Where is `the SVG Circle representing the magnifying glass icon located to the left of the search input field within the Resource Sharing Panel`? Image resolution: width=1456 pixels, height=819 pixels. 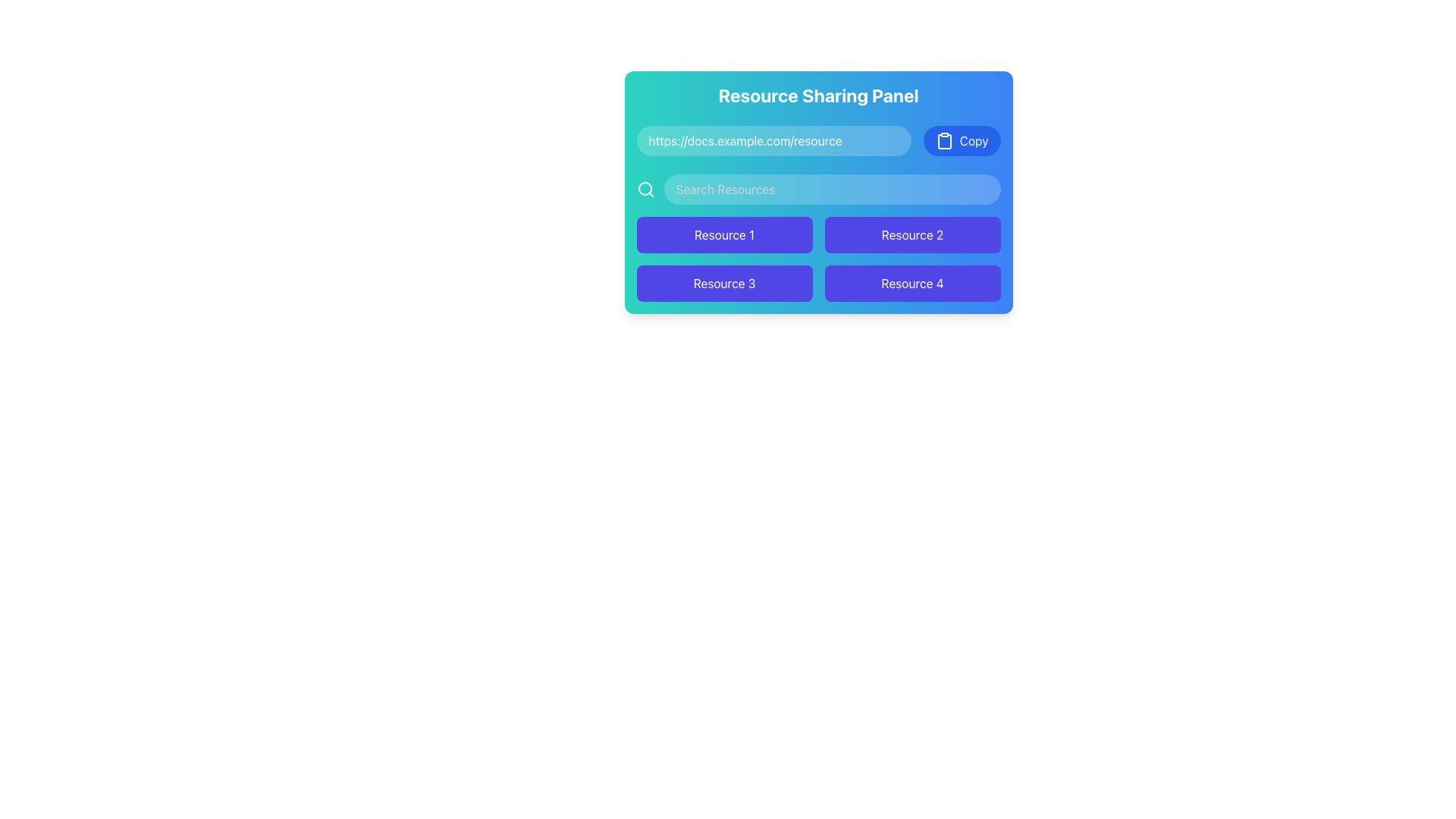
the SVG Circle representing the magnifying glass icon located to the left of the search input field within the Resource Sharing Panel is located at coordinates (645, 188).